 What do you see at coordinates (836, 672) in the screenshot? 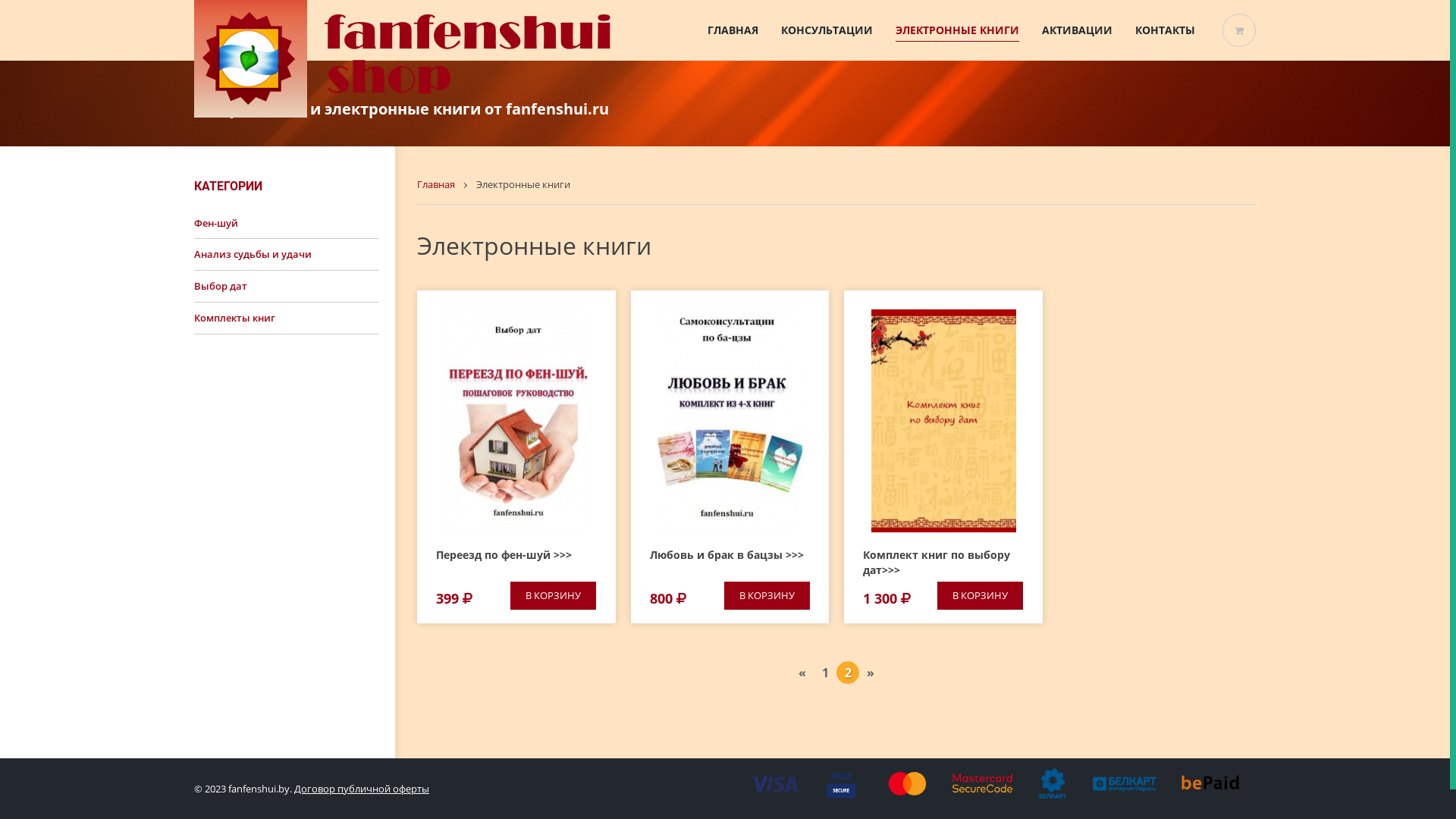
I see `'2'` at bounding box center [836, 672].